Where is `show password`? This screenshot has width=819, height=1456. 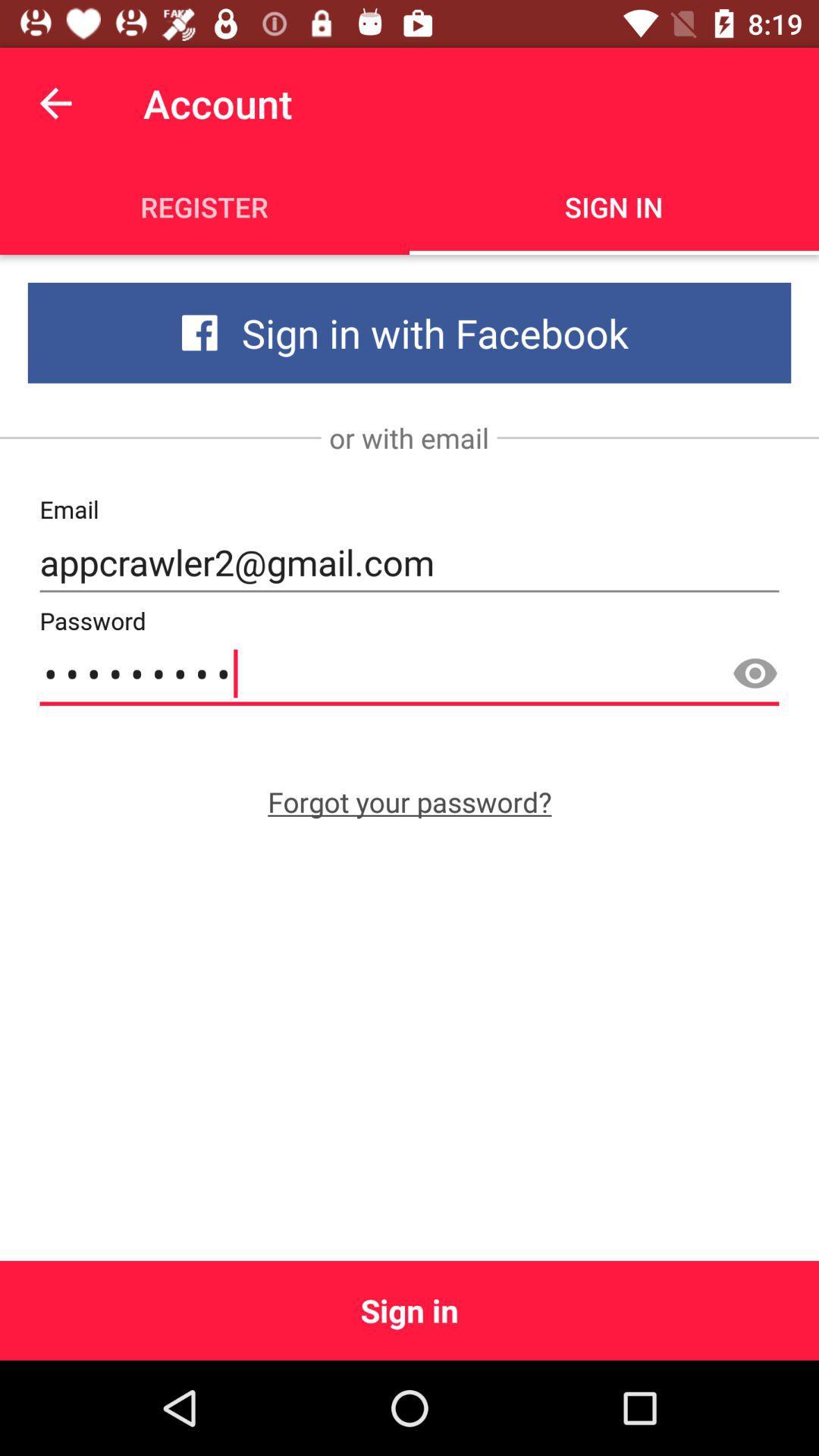
show password is located at coordinates (755, 673).